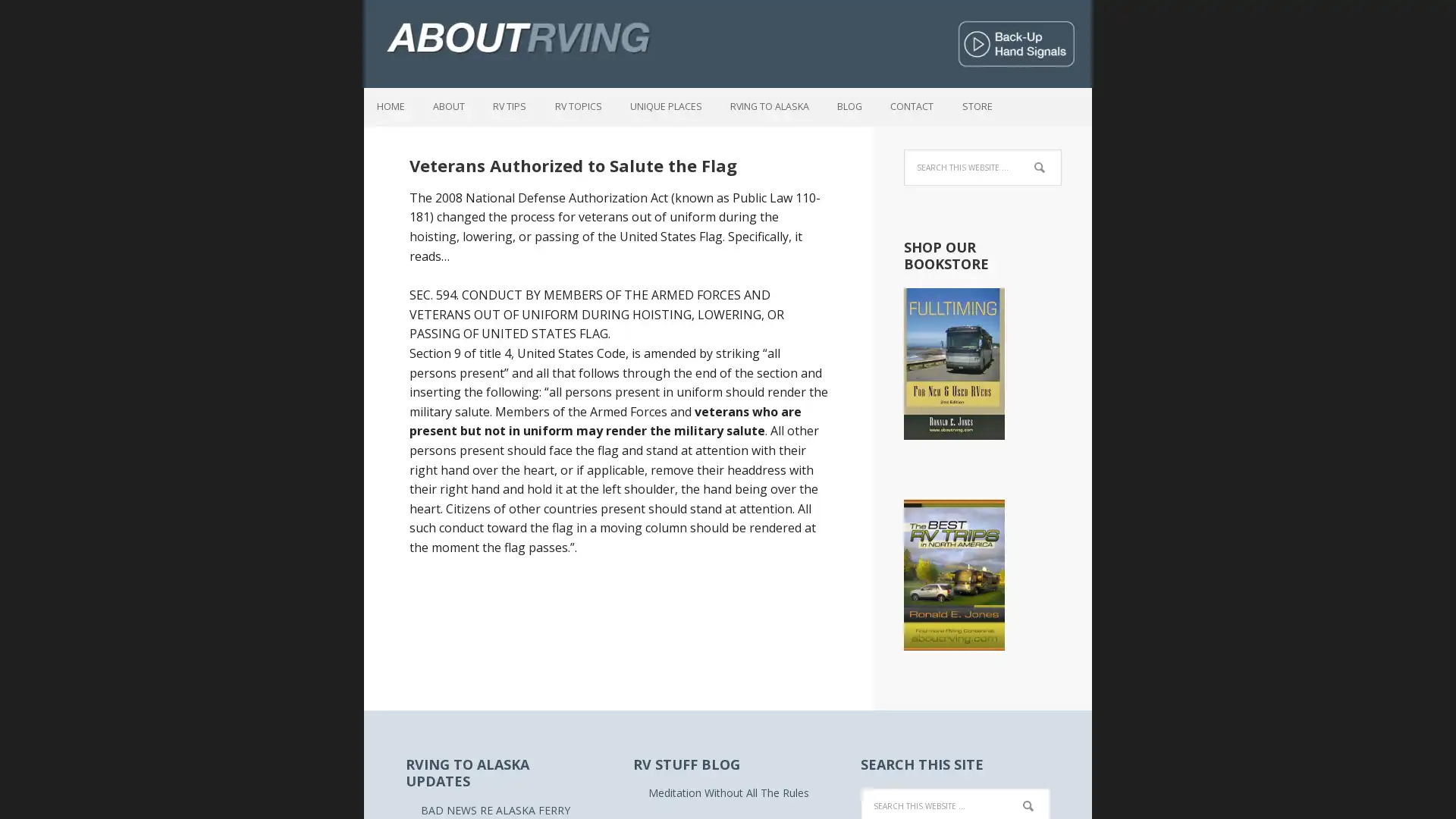  I want to click on Search, so click(1060, 158).